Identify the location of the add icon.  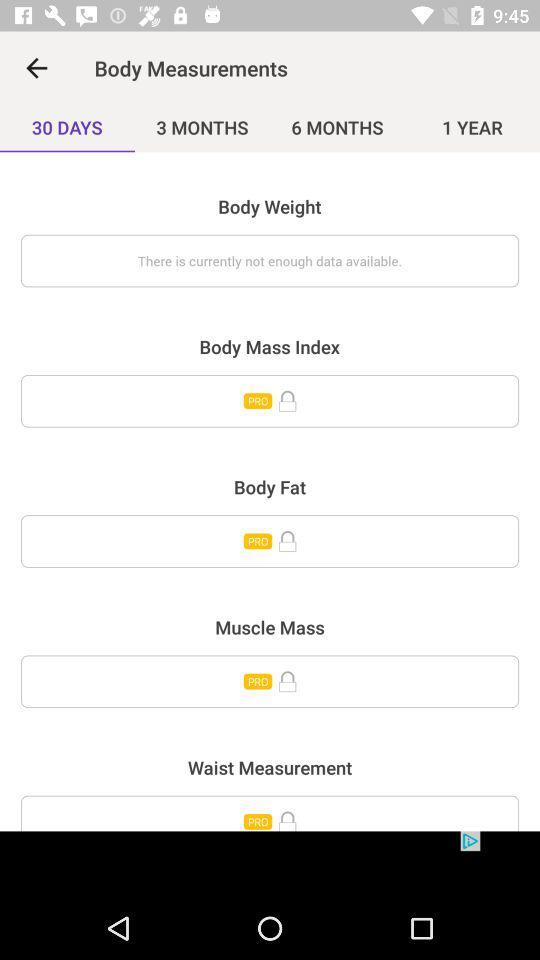
(270, 813).